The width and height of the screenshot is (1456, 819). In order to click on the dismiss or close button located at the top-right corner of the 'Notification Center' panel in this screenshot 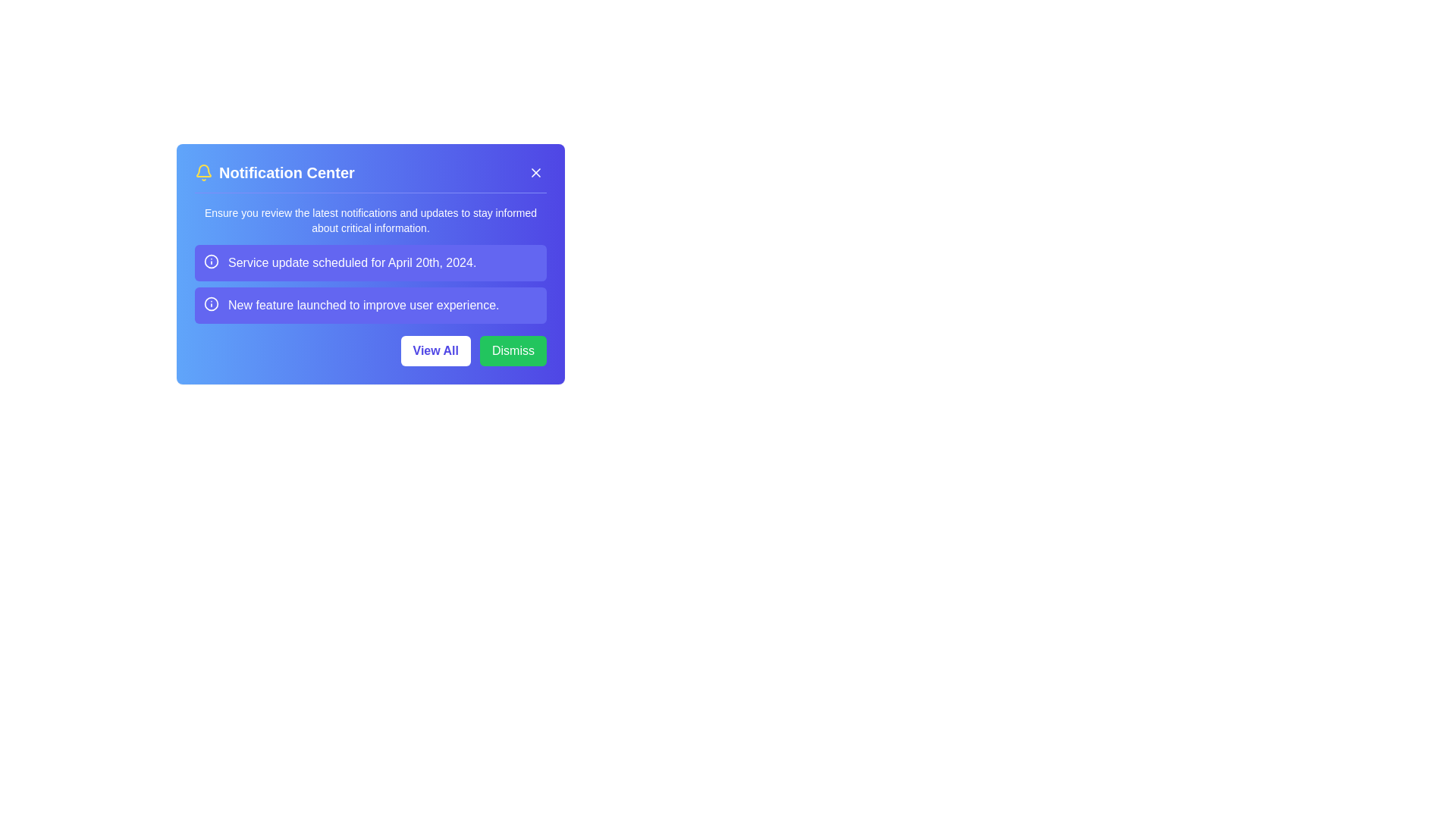, I will do `click(535, 171)`.